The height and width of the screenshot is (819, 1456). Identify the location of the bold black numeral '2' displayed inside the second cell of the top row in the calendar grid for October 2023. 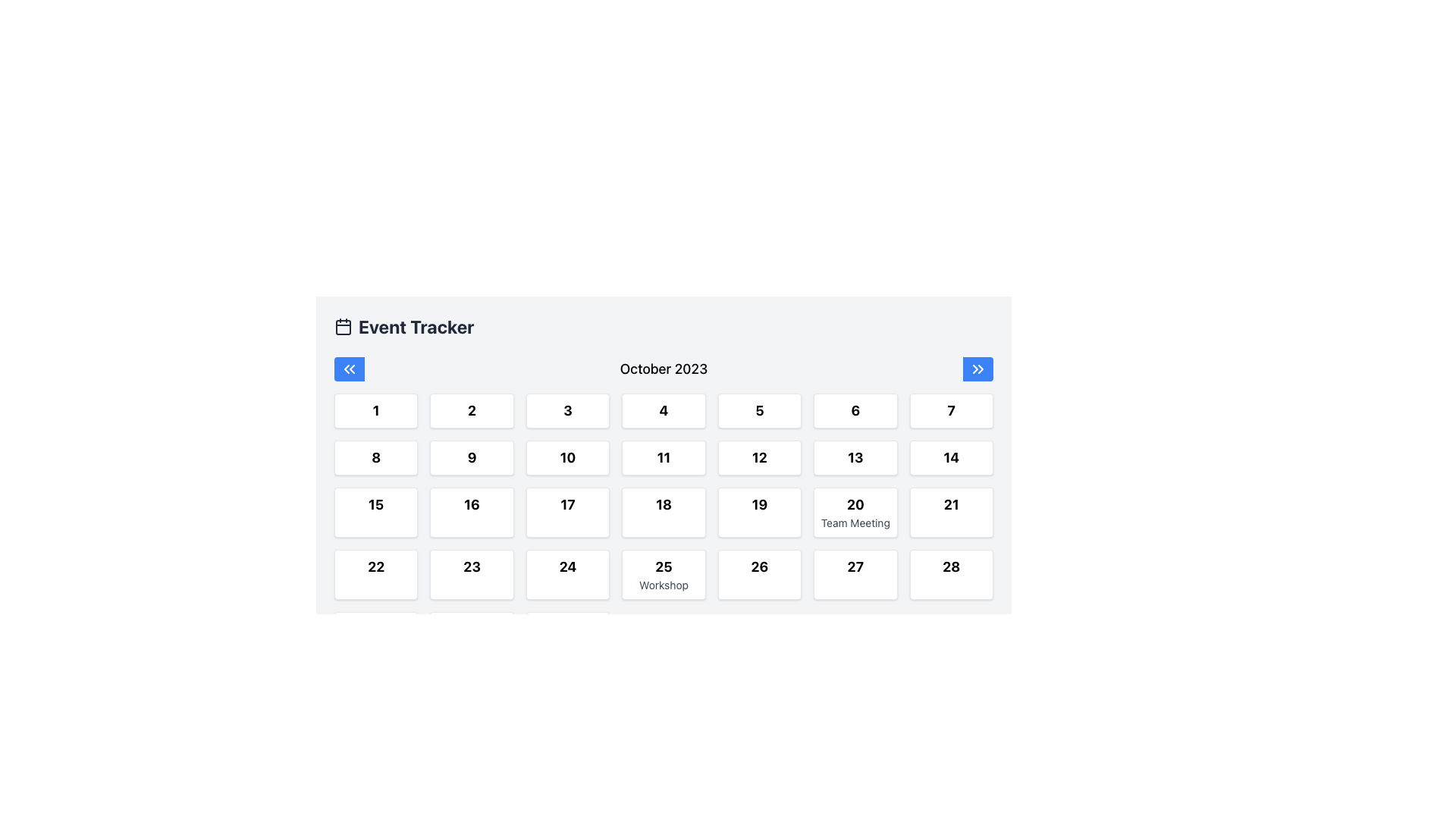
(471, 411).